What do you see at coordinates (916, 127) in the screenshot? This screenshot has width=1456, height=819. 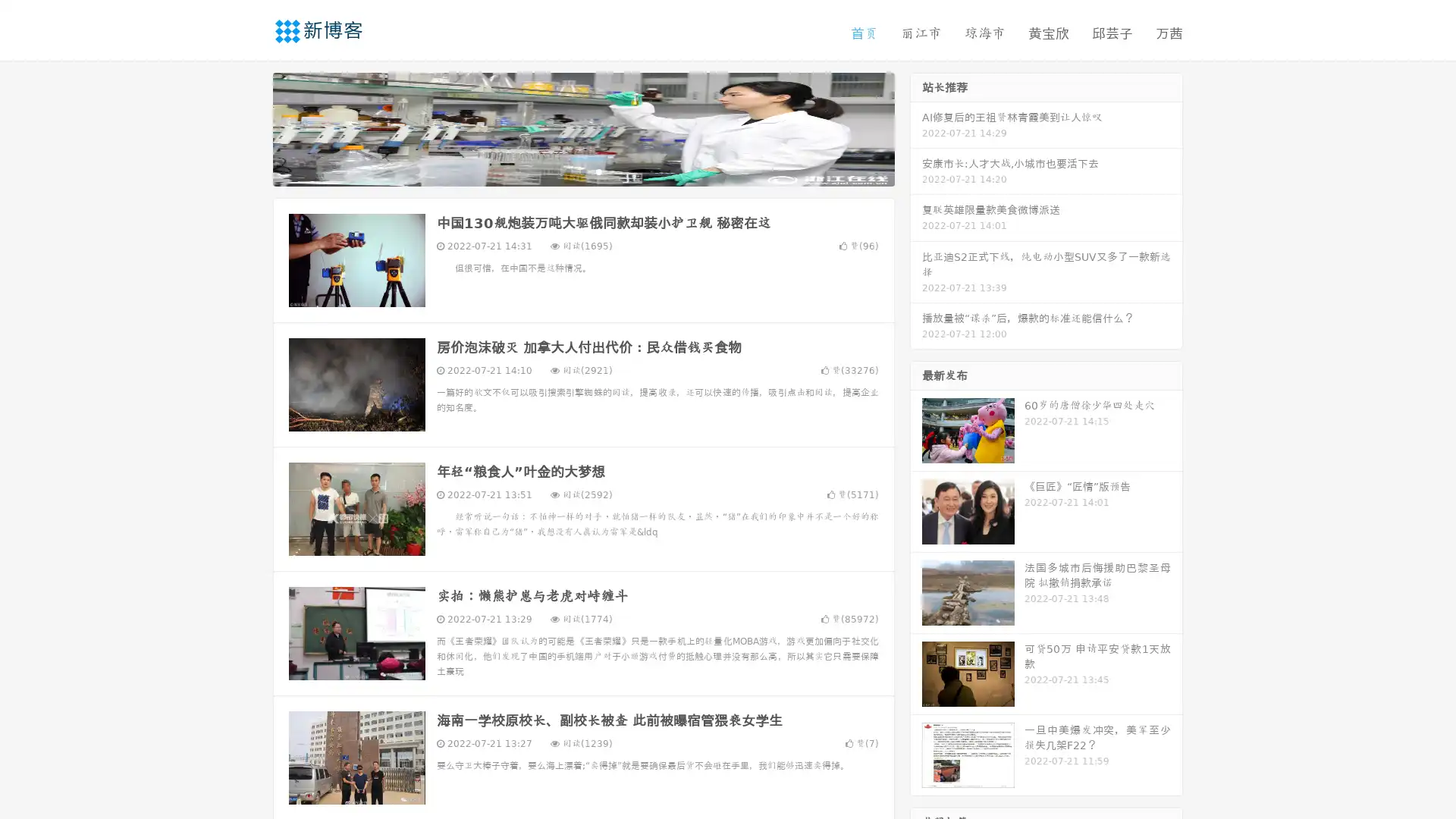 I see `Next slide` at bounding box center [916, 127].